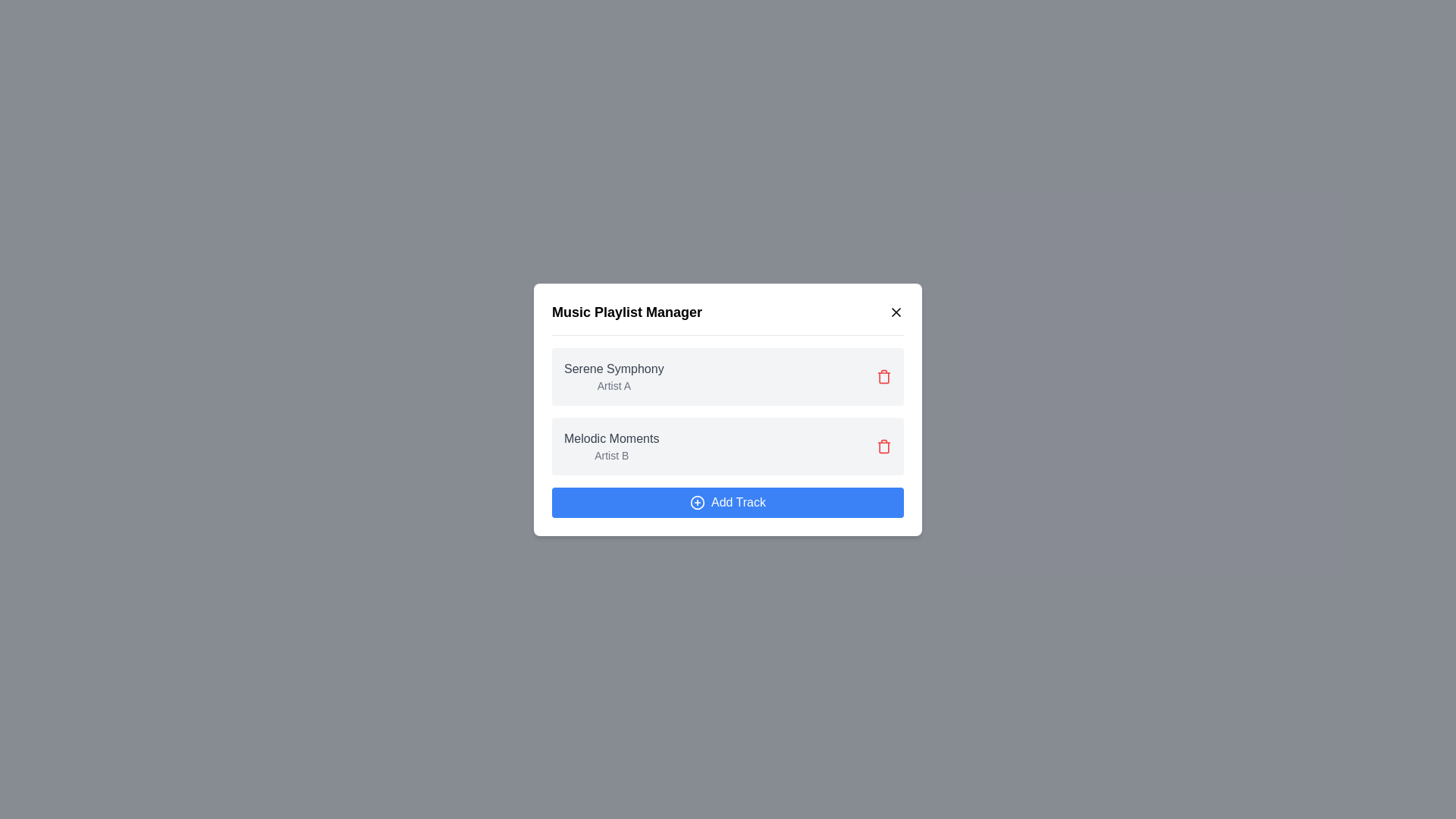 The width and height of the screenshot is (1456, 819). I want to click on the static text element providing information about the artist associated with 'Serene Symphony', located beneath the title within the 'Music Playlist Manager' modal, so click(613, 384).